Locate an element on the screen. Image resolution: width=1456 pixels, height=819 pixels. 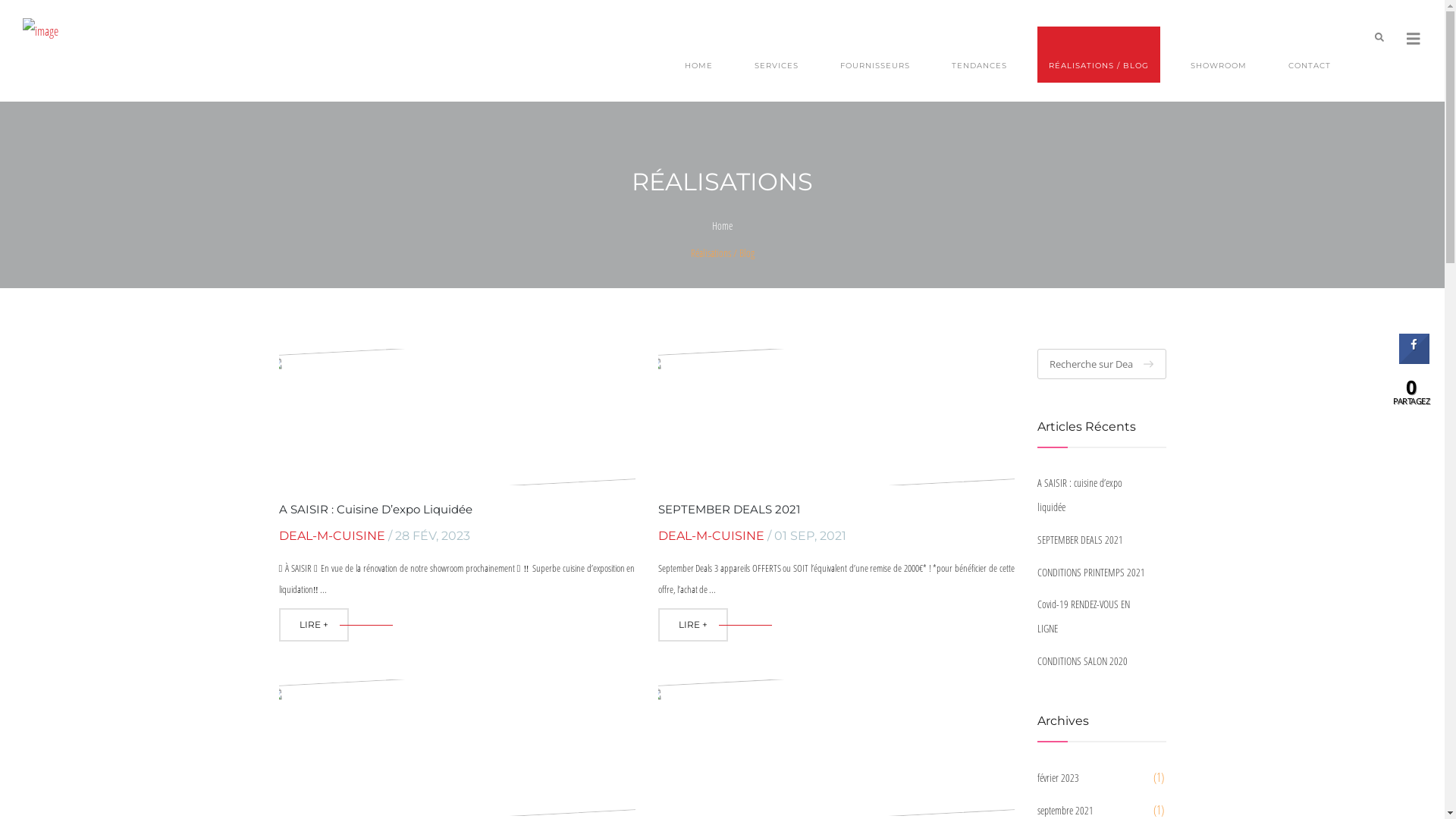
'SEPTEMBER DEALS 2021' is located at coordinates (1094, 539).